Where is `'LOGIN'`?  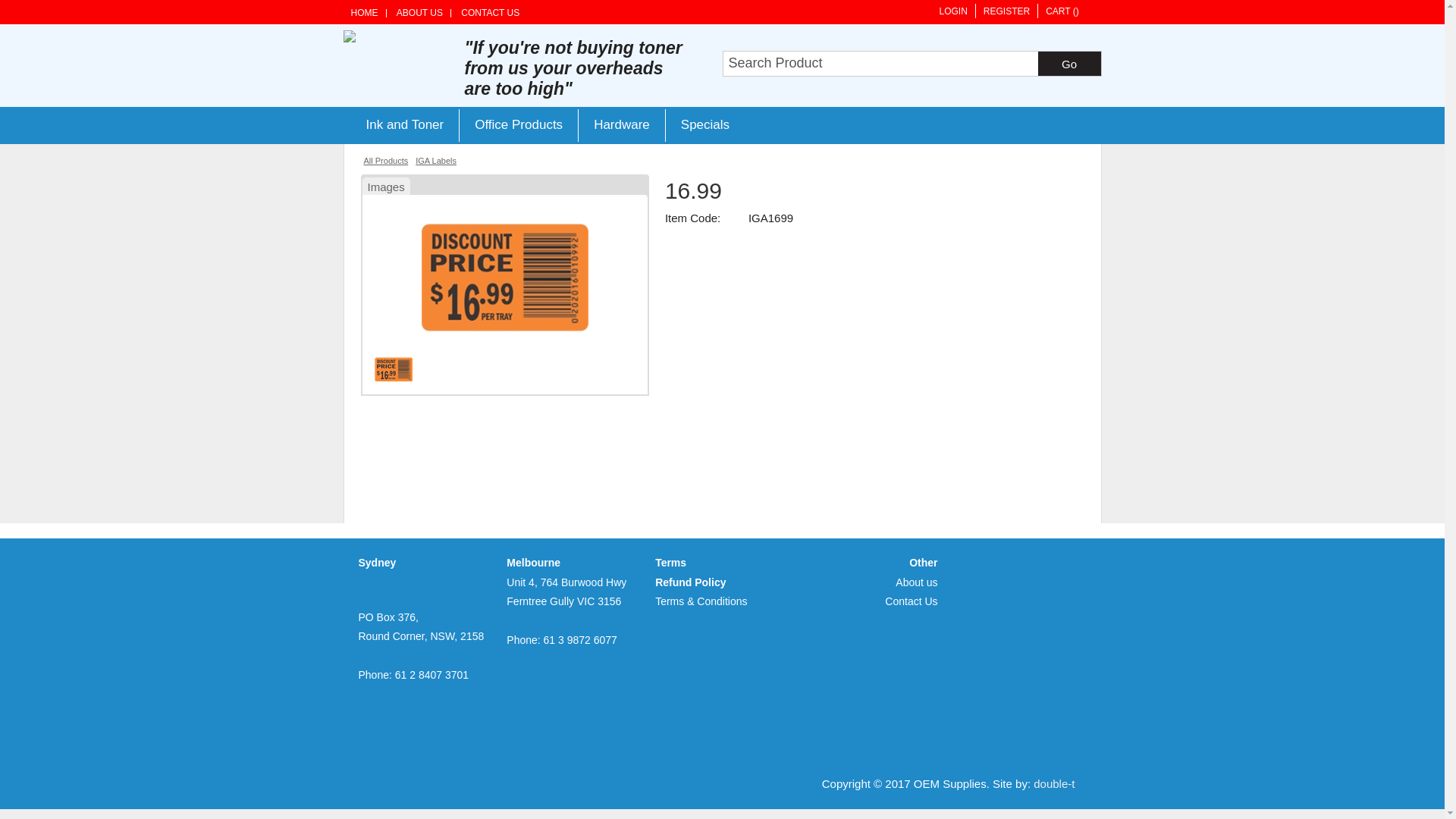 'LOGIN' is located at coordinates (952, 11).